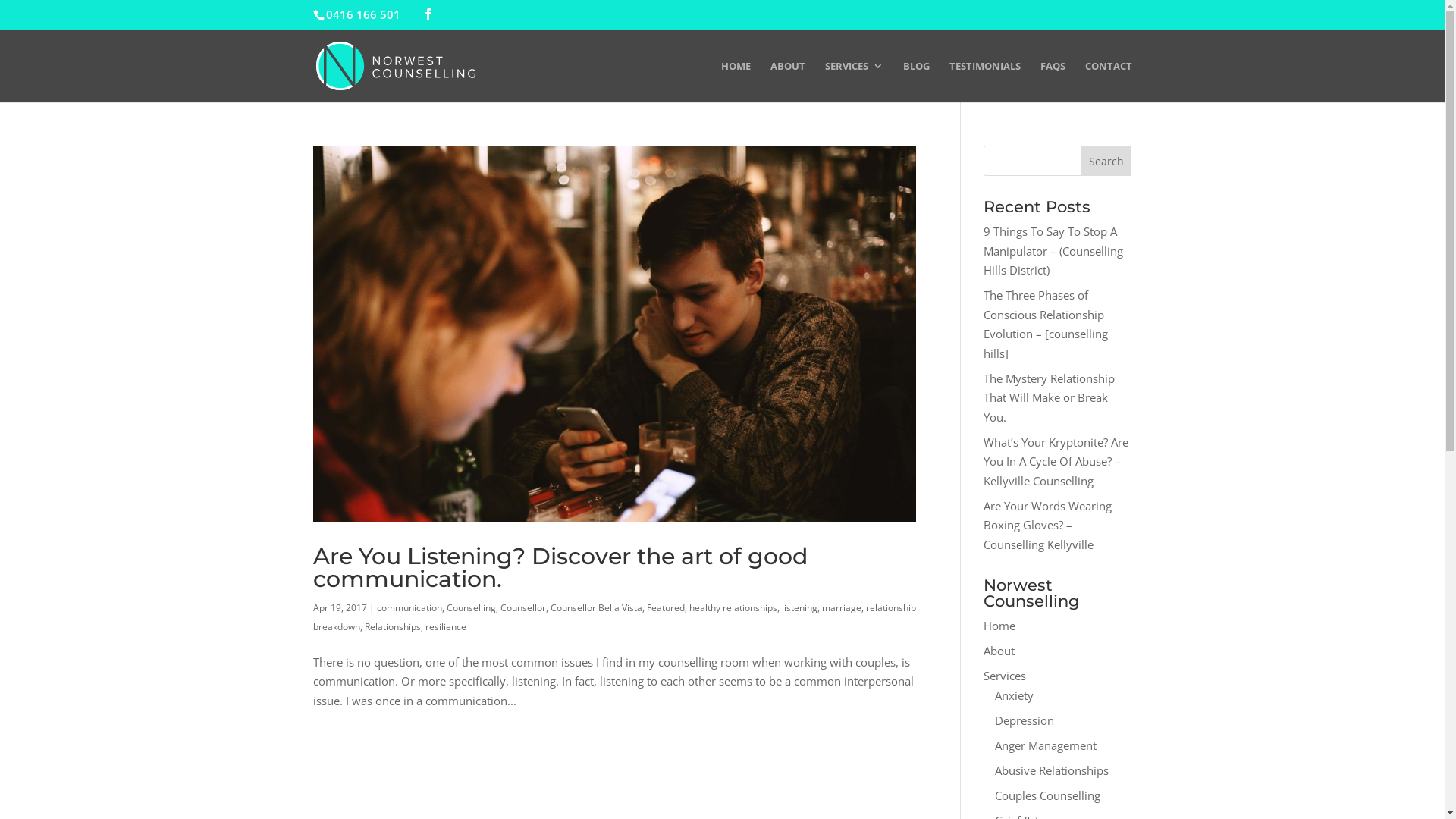 The image size is (1456, 819). Describe the element at coordinates (787, 81) in the screenshot. I see `'ABOUT'` at that location.